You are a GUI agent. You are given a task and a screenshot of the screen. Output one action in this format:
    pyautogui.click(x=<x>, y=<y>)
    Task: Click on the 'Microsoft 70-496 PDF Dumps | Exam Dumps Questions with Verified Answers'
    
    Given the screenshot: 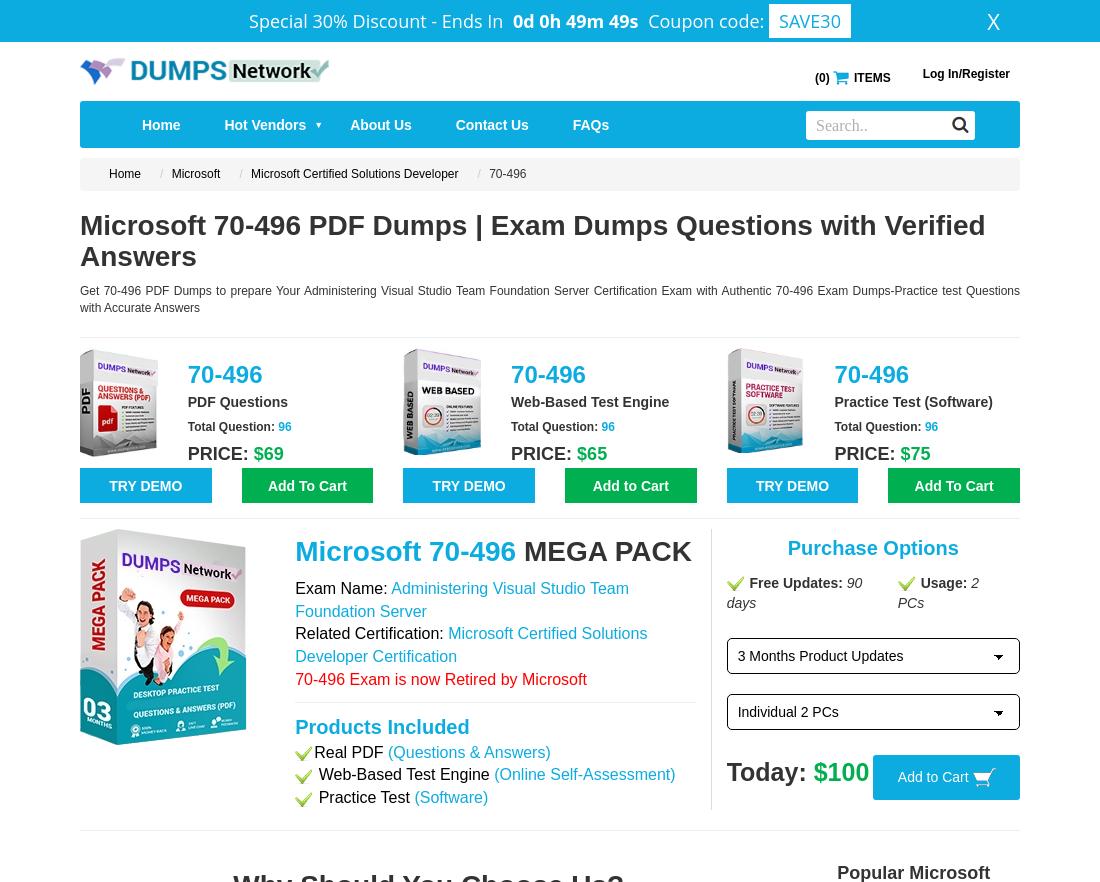 What is the action you would take?
    pyautogui.click(x=79, y=239)
    